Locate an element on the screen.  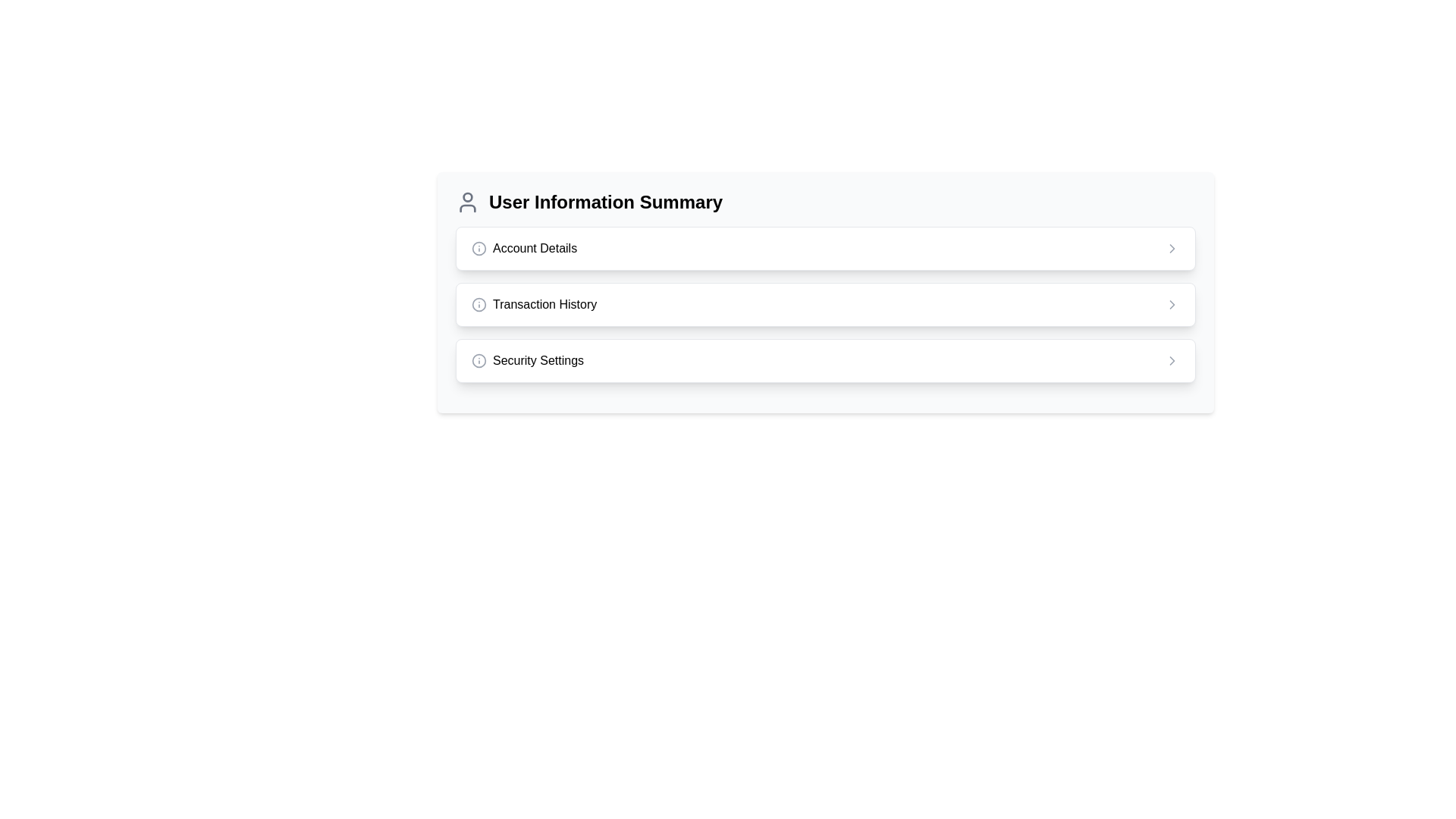
the right-pointing chevron icon located at the end of the 'Transaction History' section is located at coordinates (1171, 304).